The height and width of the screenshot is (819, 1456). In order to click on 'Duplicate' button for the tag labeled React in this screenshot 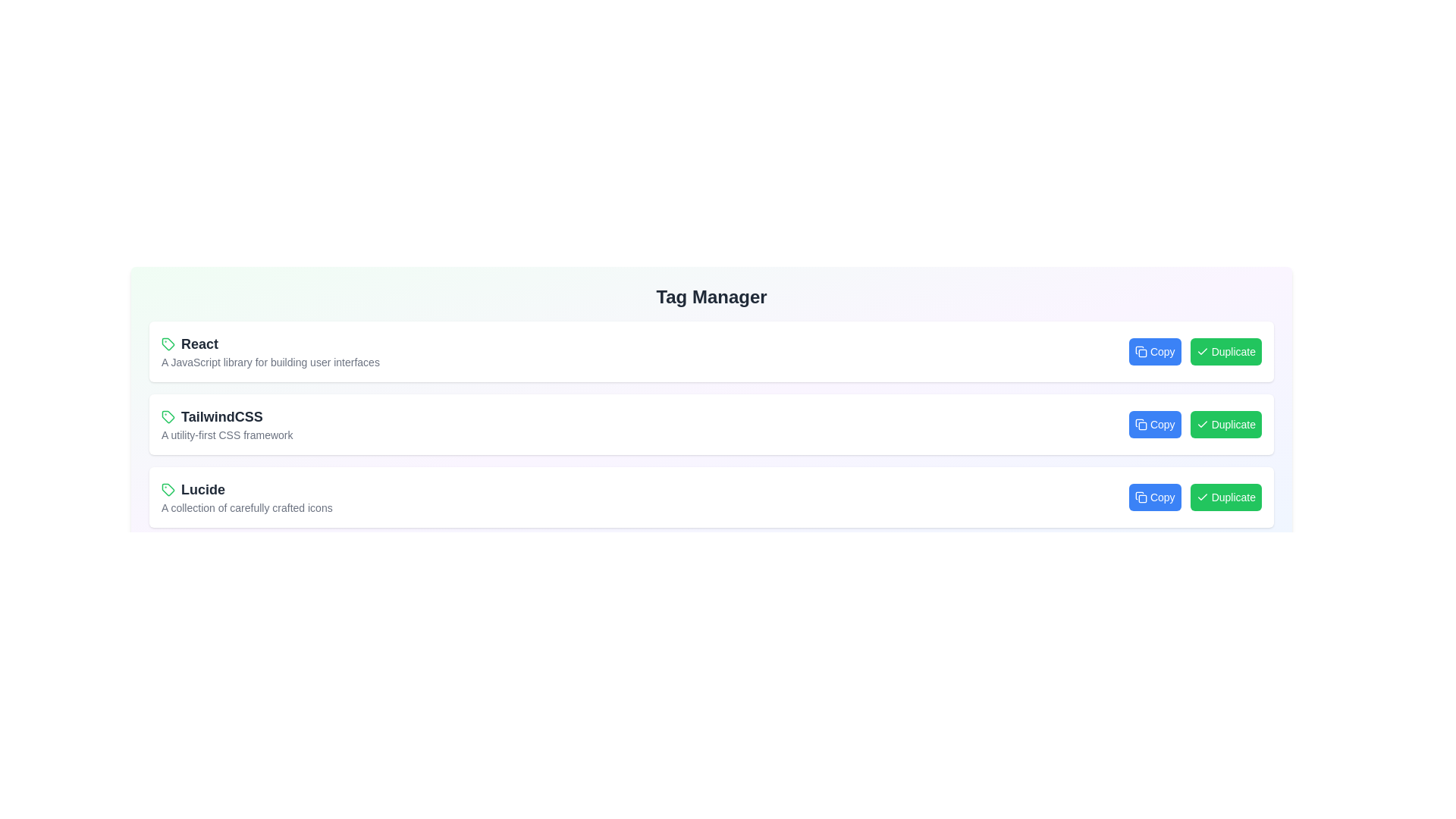, I will do `click(1225, 351)`.